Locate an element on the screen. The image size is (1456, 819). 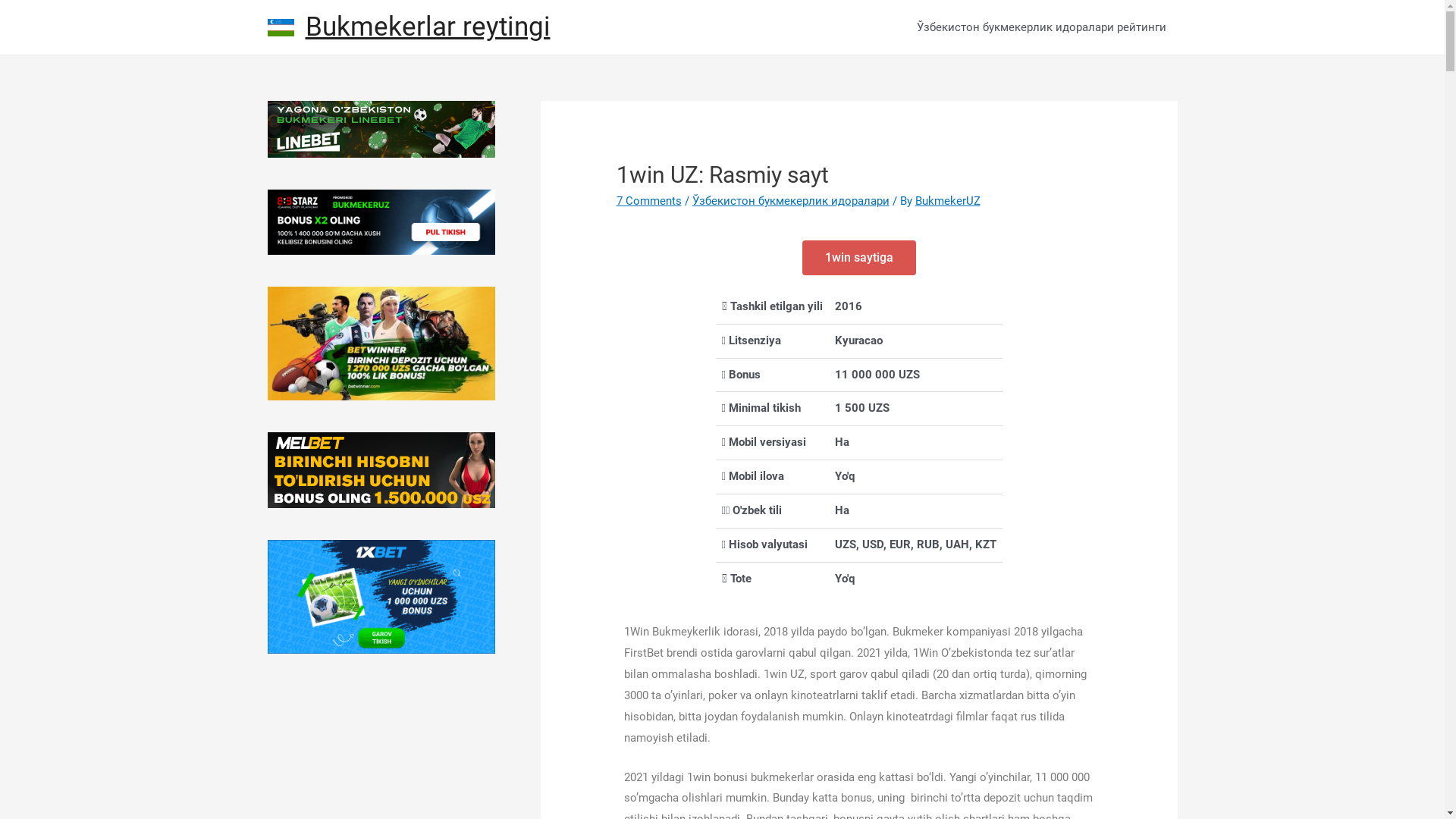
'888starz' is located at coordinates (381, 222).